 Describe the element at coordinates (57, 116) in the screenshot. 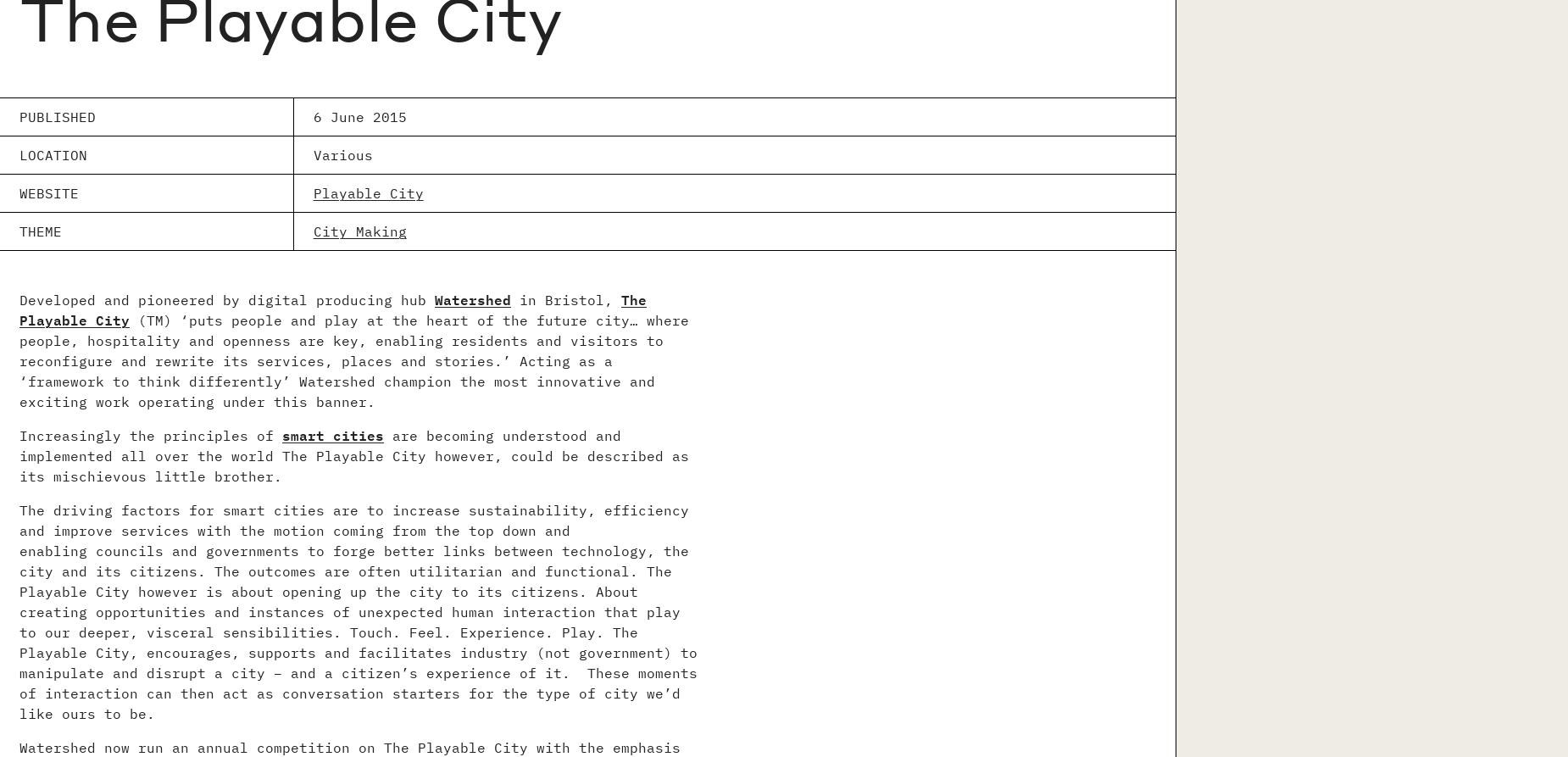

I see `'Published'` at that location.